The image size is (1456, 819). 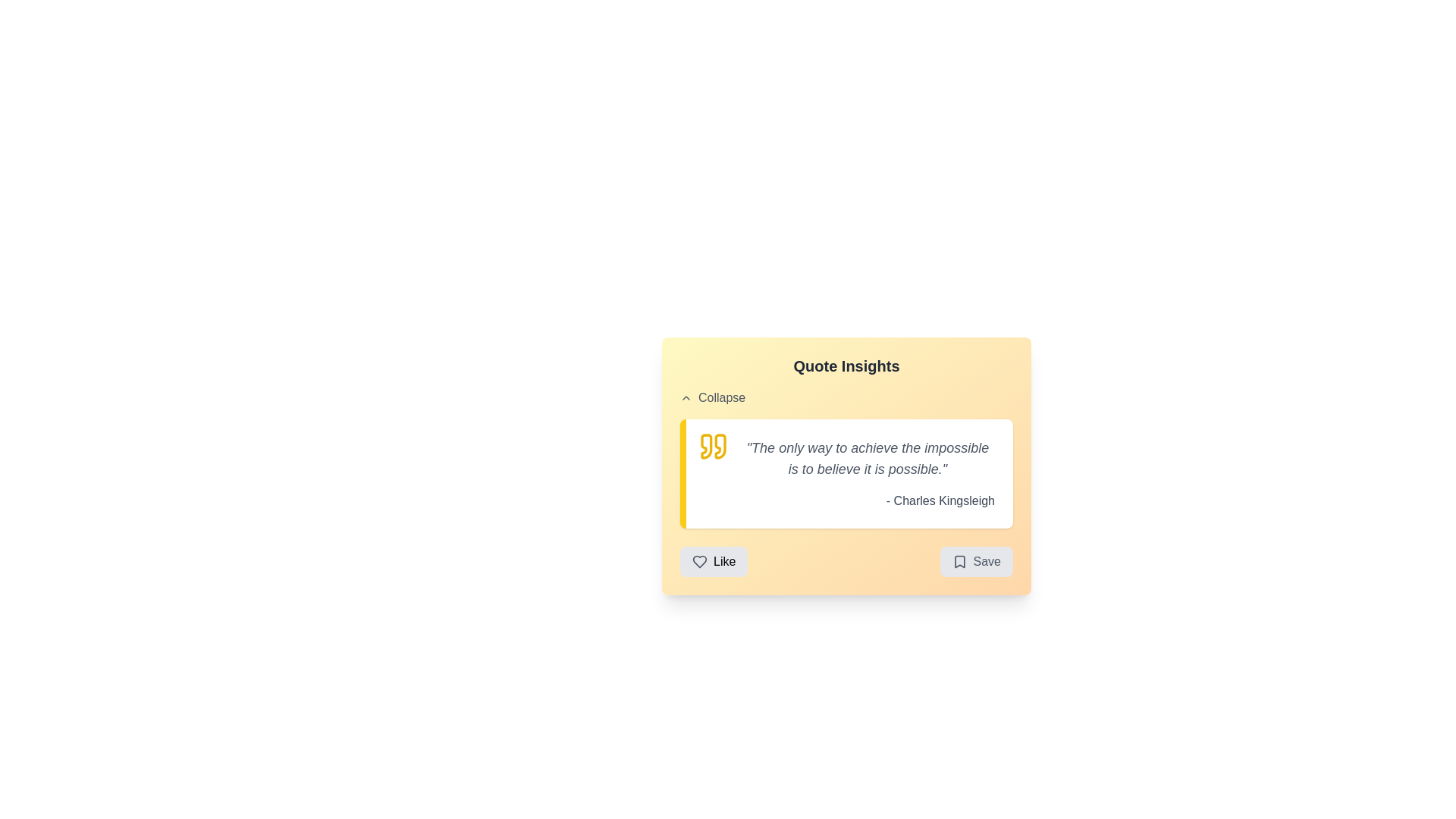 I want to click on the Decorative icon located at the top-left corner of the quote card, which symbolizes the beginning of the quoted text, so click(x=705, y=446).